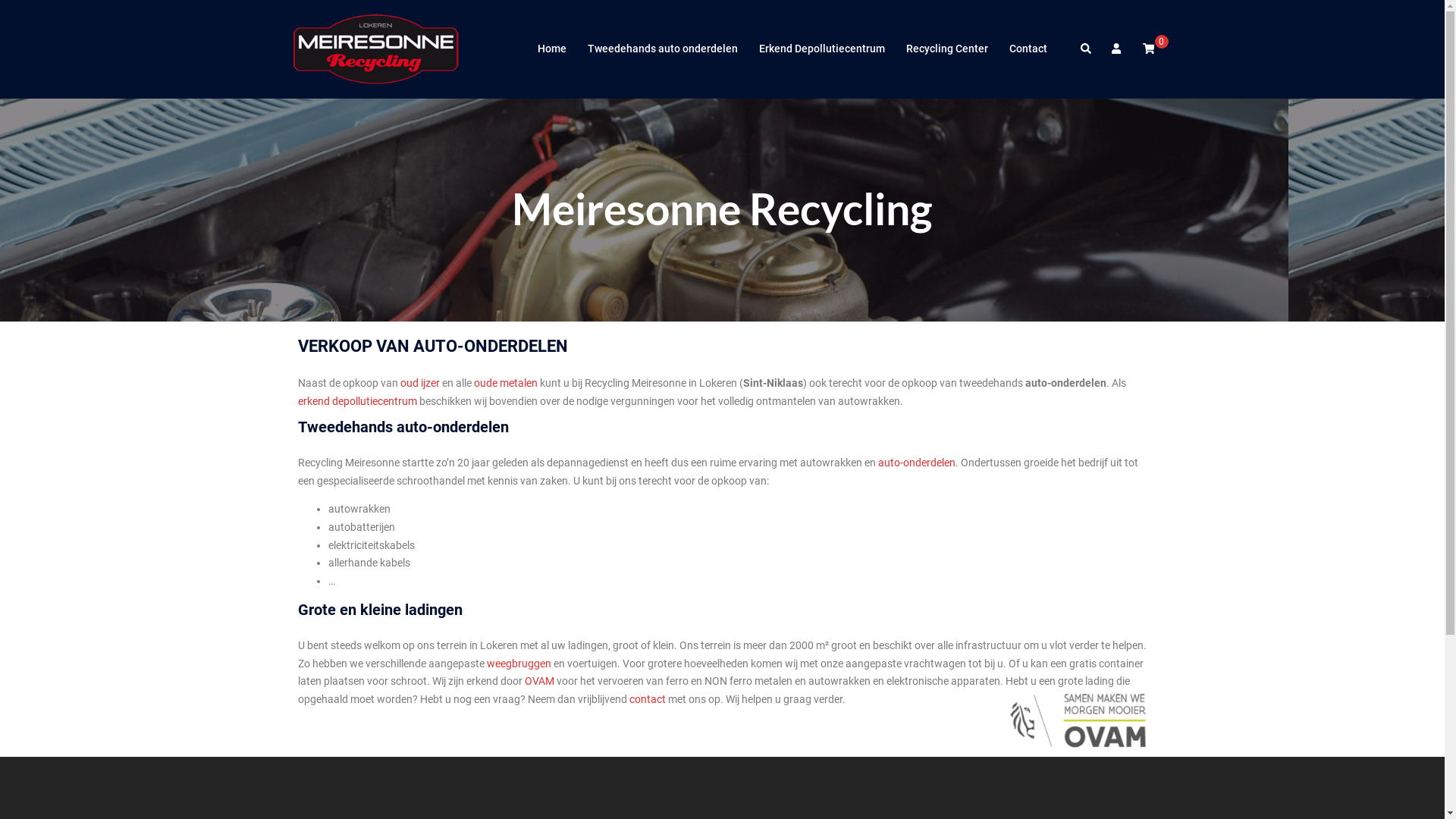 The height and width of the screenshot is (819, 1456). Describe the element at coordinates (1117, 49) in the screenshot. I see `'Je account'` at that location.